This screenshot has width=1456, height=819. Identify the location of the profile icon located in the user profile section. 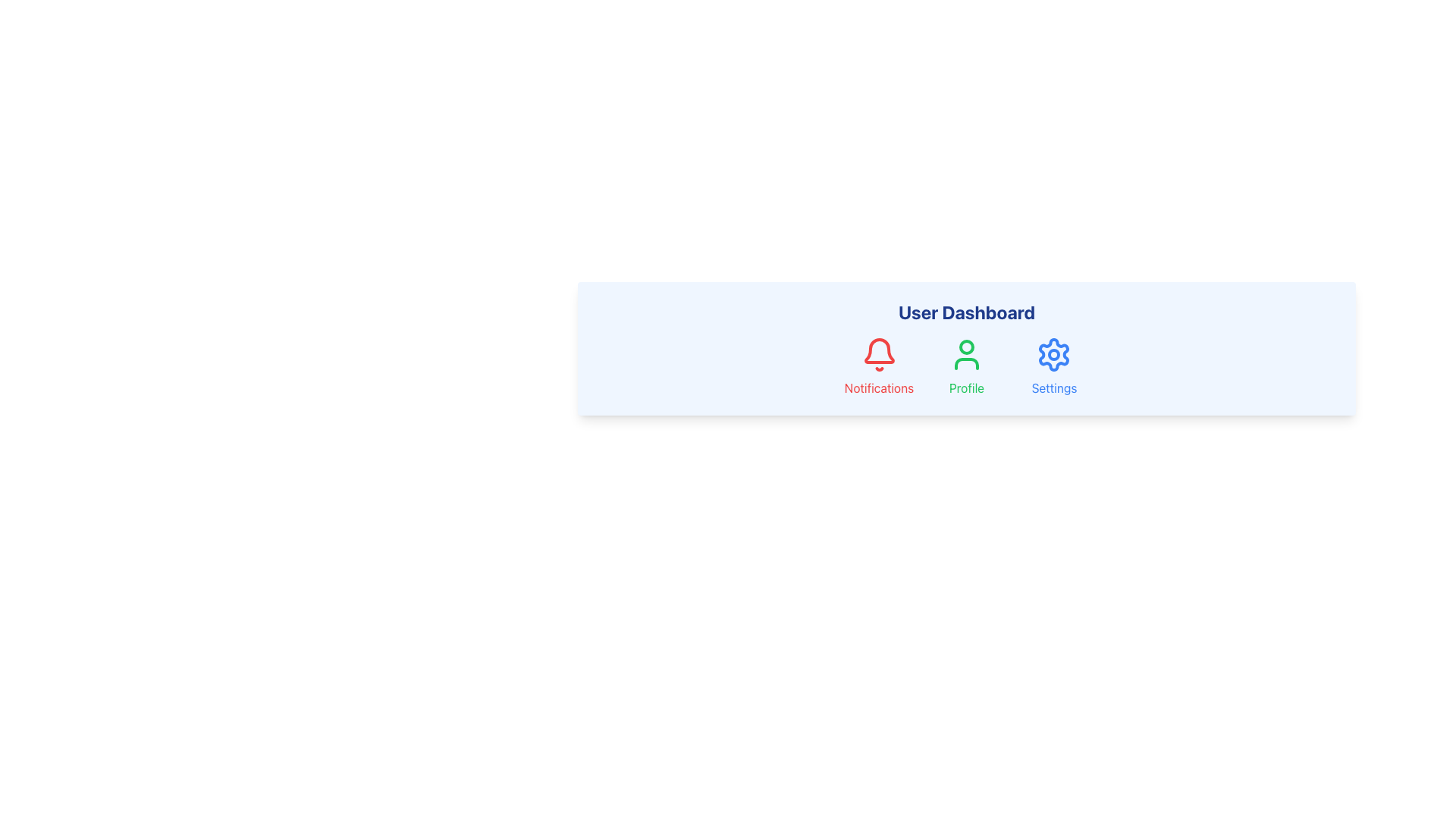
(966, 354).